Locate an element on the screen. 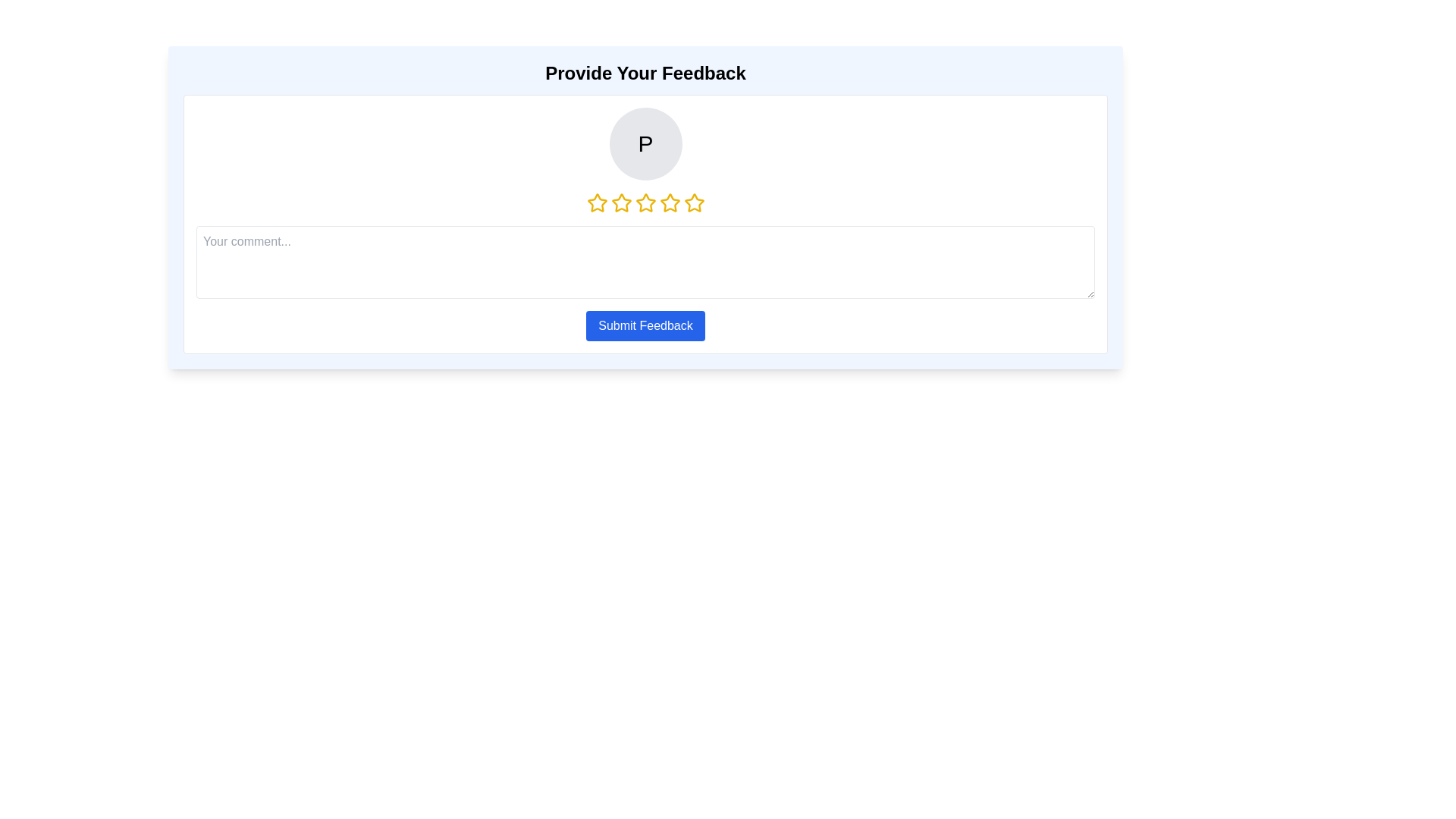 This screenshot has width=1456, height=819. the star corresponding to 4 stars to set the rating is located at coordinates (669, 202).